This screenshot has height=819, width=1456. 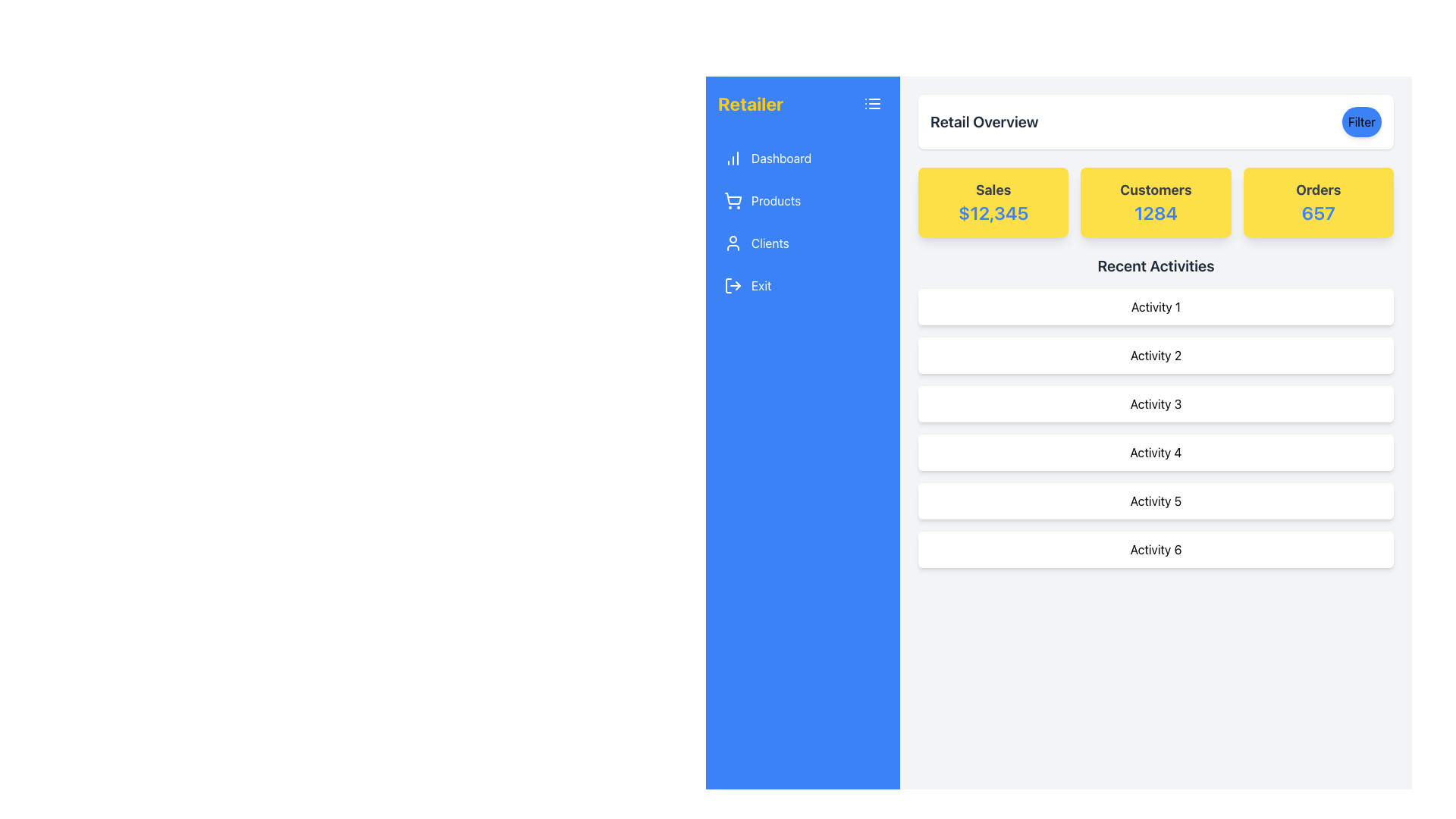 I want to click on the 'Orders' text label located in the yellow card at the top-right section of the interface, indicating the number of orders (657), so click(x=1317, y=189).